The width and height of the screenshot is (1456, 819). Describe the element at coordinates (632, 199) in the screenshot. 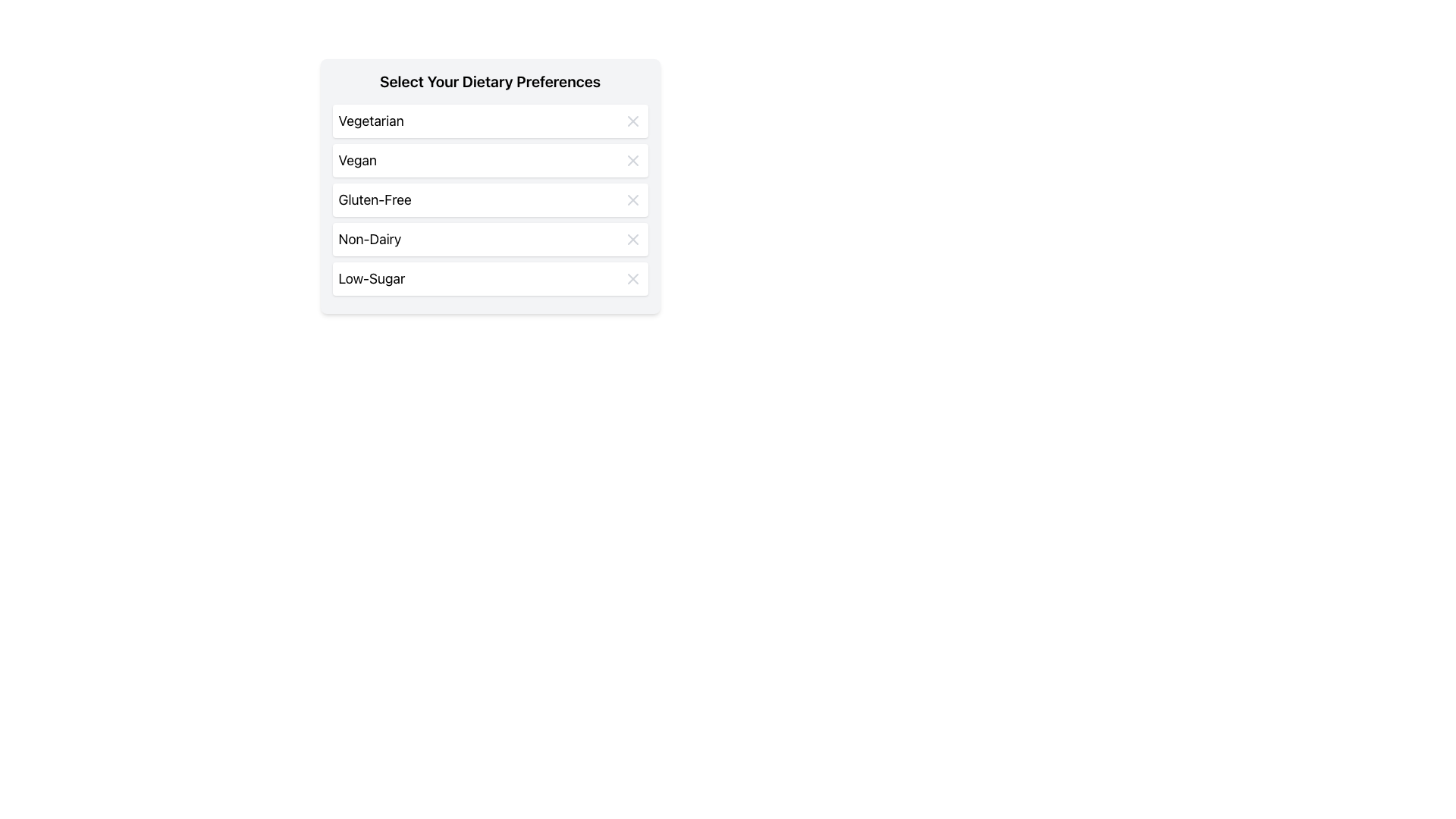

I see `the deletion icon button for the 'Gluten-Free' dietary preference in the 'Select Your Dietary Preferences' list` at that location.